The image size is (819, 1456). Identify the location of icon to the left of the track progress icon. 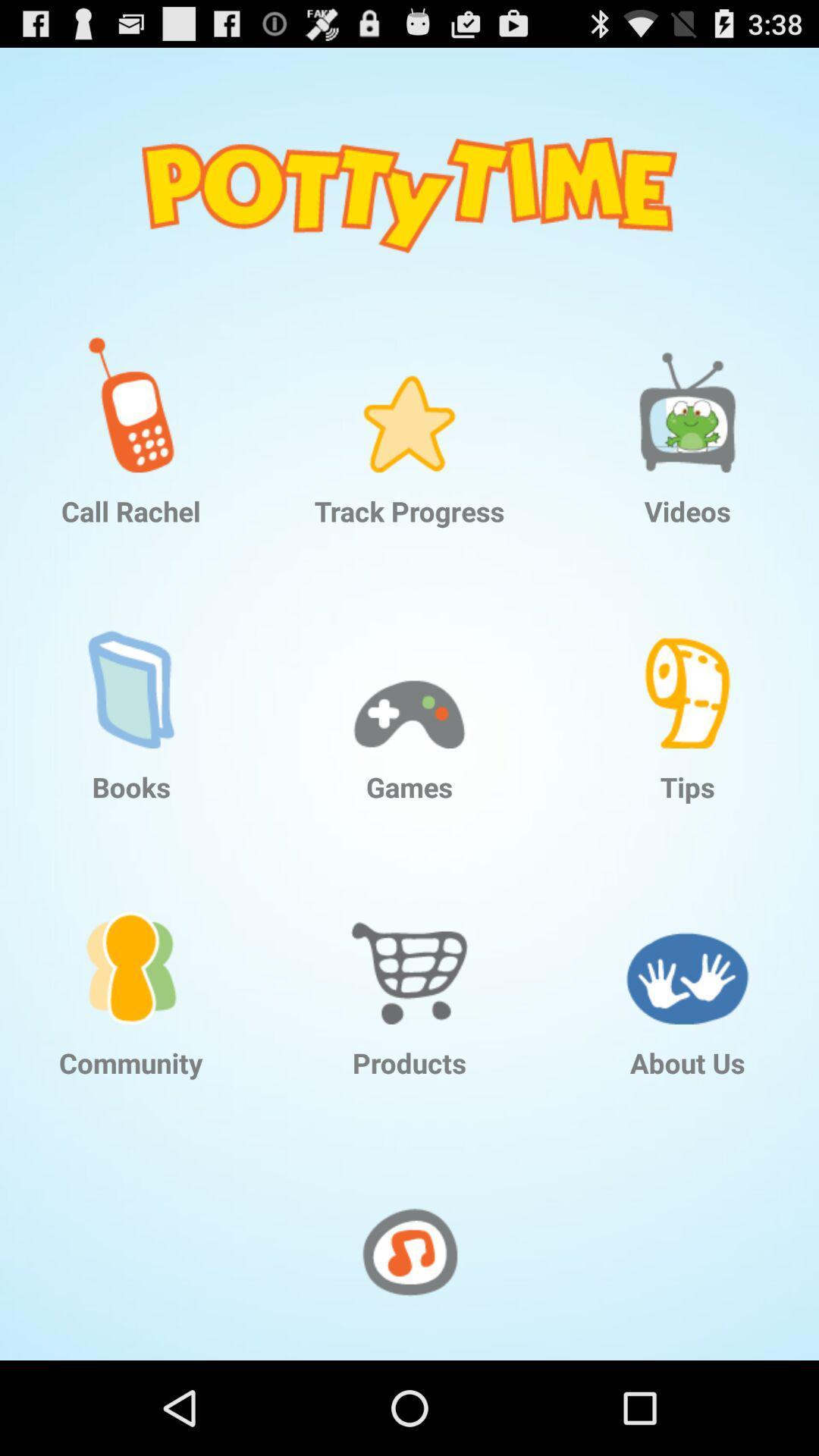
(130, 393).